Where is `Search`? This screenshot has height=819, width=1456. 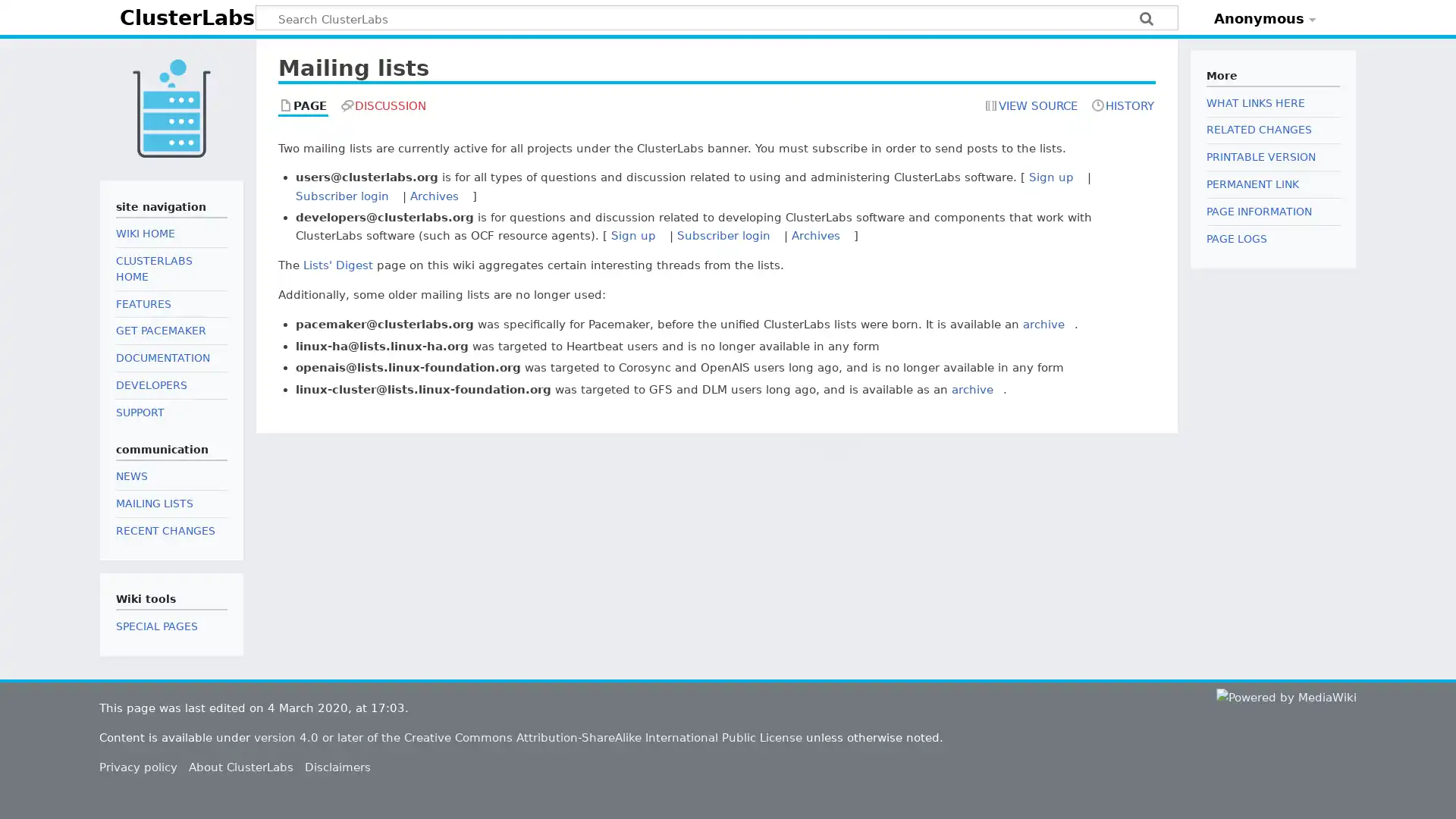
Search is located at coordinates (1147, 20).